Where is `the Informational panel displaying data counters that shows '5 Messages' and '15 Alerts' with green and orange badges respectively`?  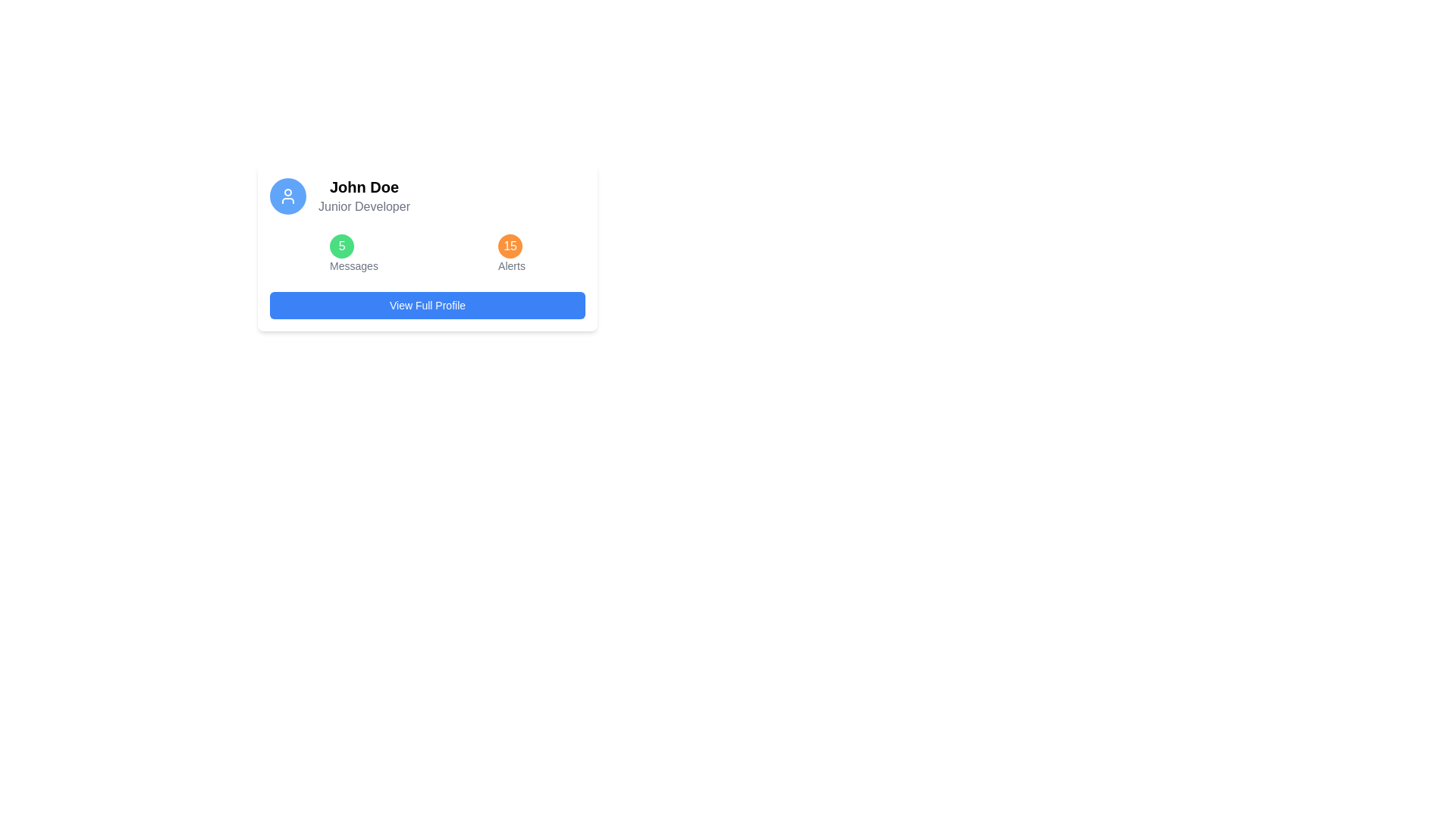 the Informational panel displaying data counters that shows '5 Messages' and '15 Alerts' with green and orange badges respectively is located at coordinates (427, 253).